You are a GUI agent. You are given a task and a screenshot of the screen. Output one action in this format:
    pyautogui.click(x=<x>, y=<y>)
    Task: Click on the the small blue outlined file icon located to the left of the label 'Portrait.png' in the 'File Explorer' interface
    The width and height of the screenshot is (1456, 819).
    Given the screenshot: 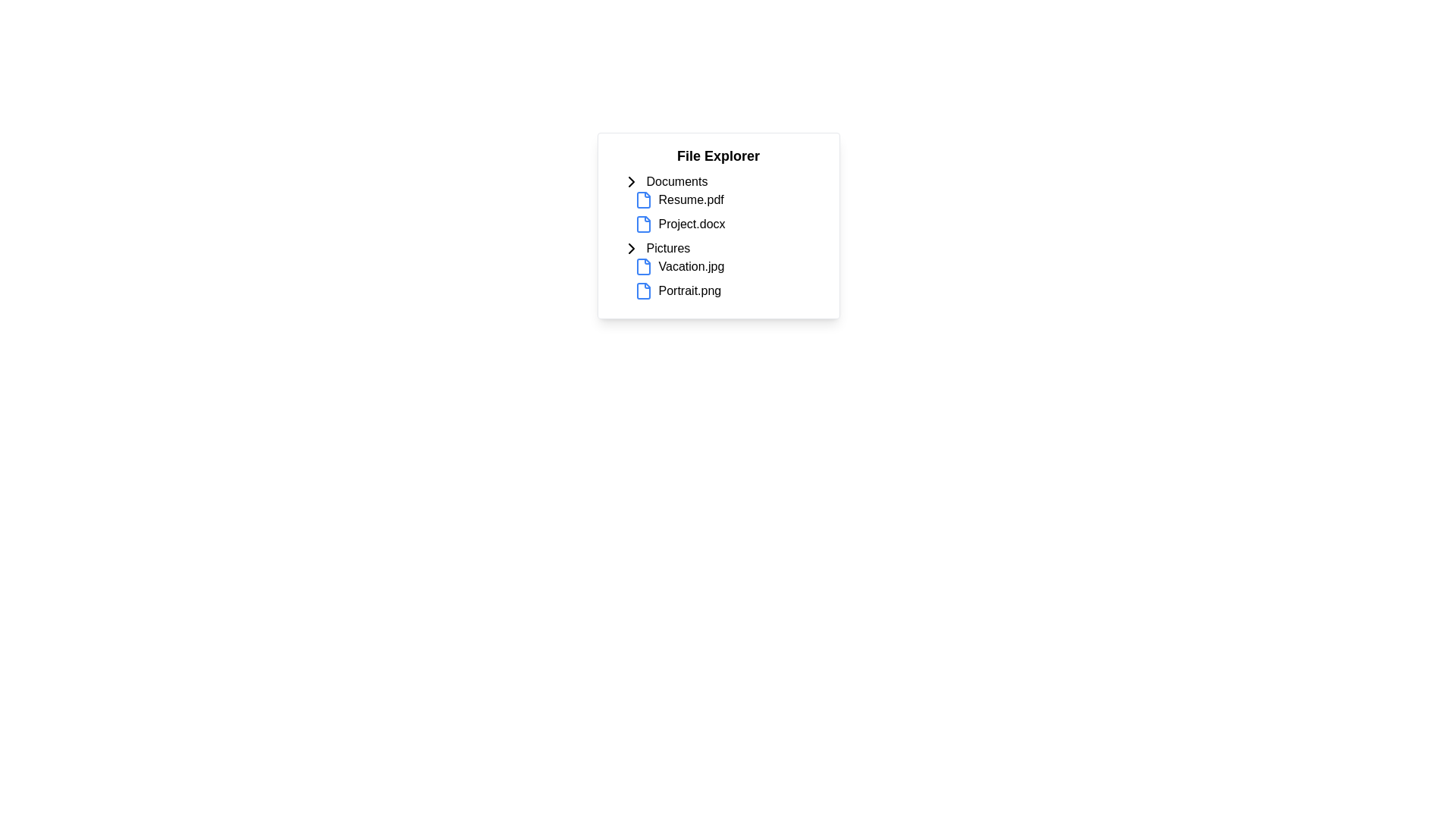 What is the action you would take?
    pyautogui.click(x=643, y=291)
    